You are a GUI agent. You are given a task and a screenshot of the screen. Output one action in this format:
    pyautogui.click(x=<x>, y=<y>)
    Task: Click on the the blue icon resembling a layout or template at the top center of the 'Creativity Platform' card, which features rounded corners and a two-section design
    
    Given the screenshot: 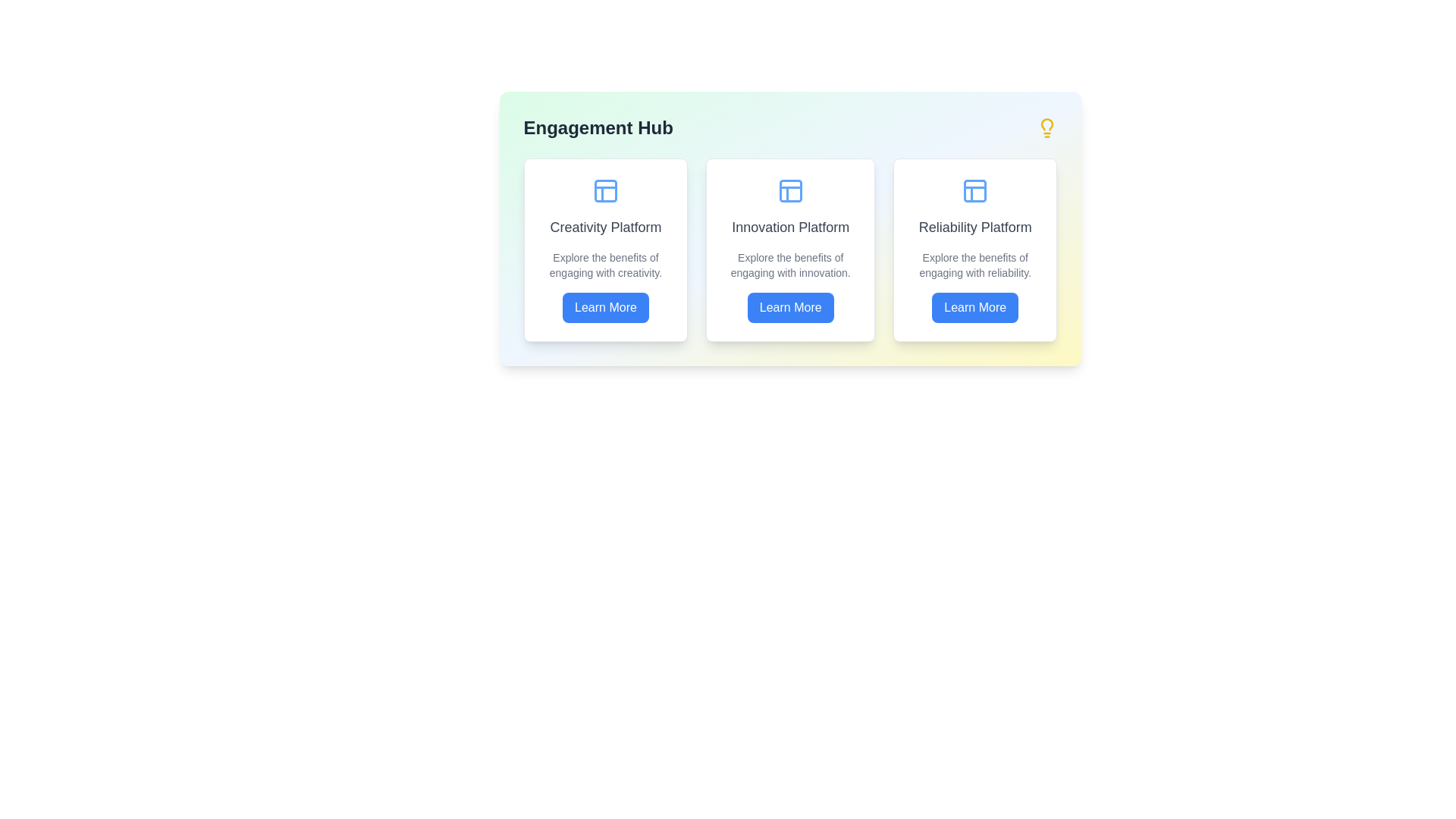 What is the action you would take?
    pyautogui.click(x=604, y=190)
    